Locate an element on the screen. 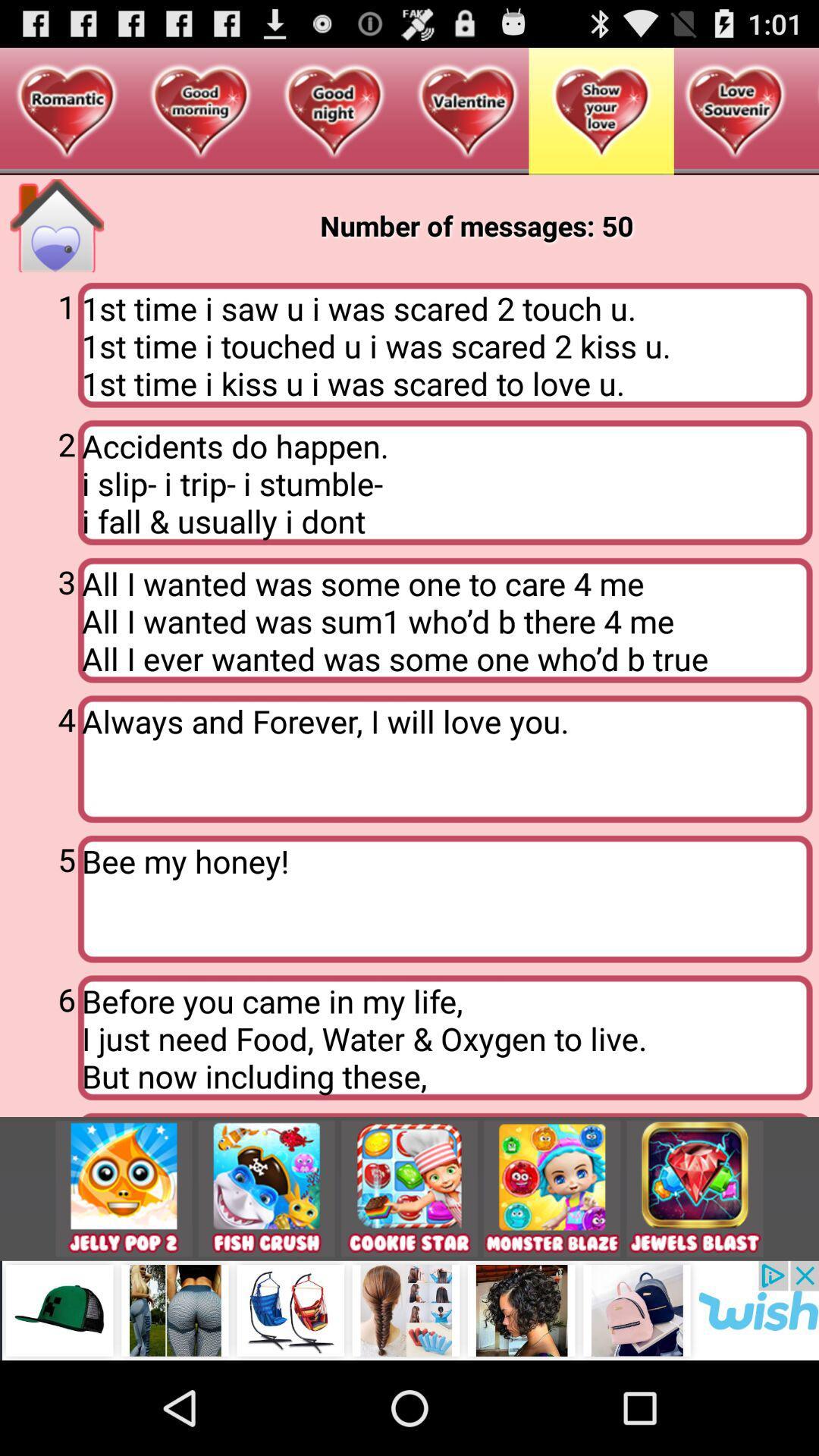 This screenshot has width=819, height=1456. the settings icon is located at coordinates (265, 1272).